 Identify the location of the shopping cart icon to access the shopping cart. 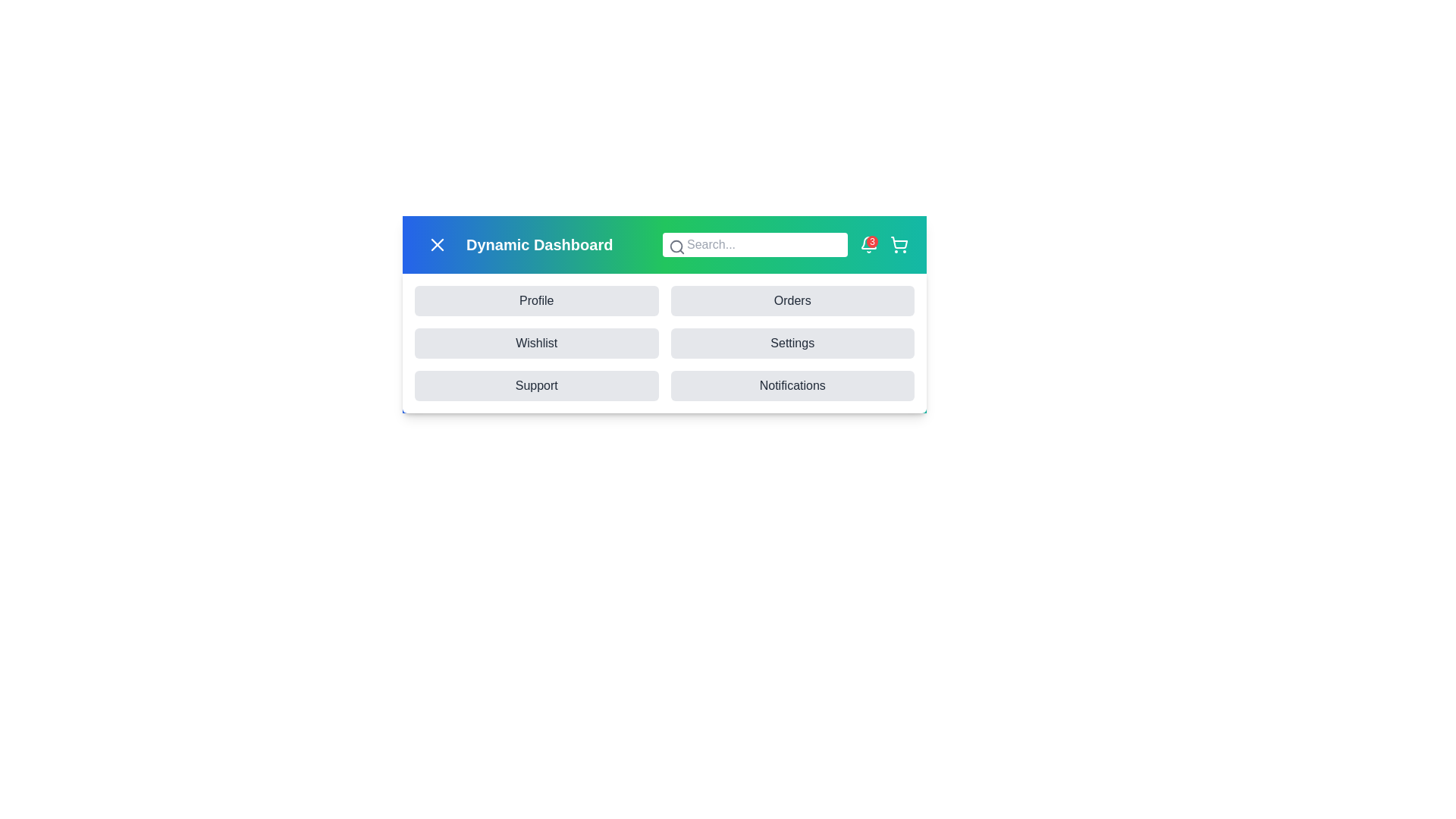
(899, 244).